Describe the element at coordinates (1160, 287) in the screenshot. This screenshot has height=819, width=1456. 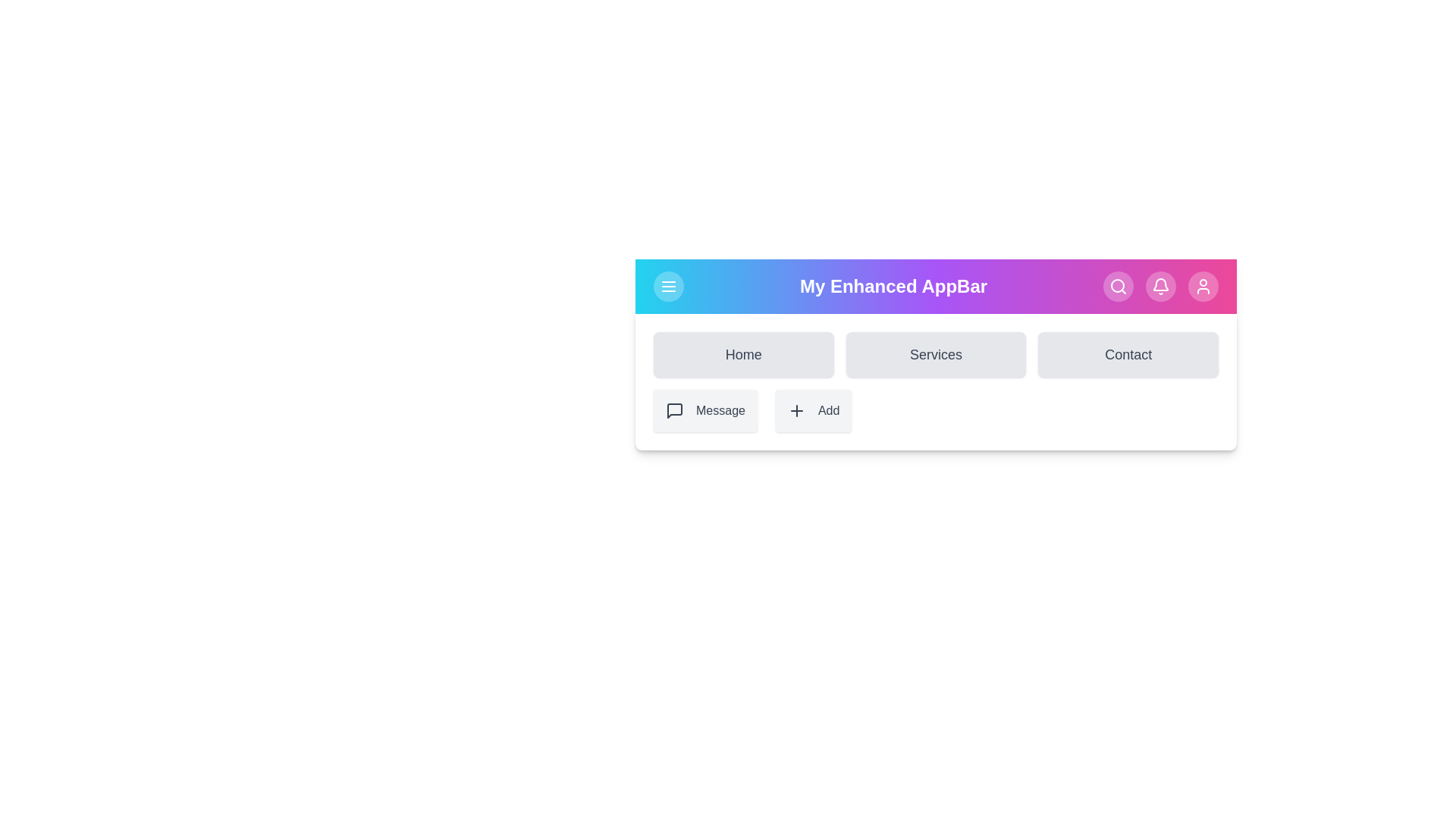
I see `the toolbar icon Notifications to perform its associated action` at that location.